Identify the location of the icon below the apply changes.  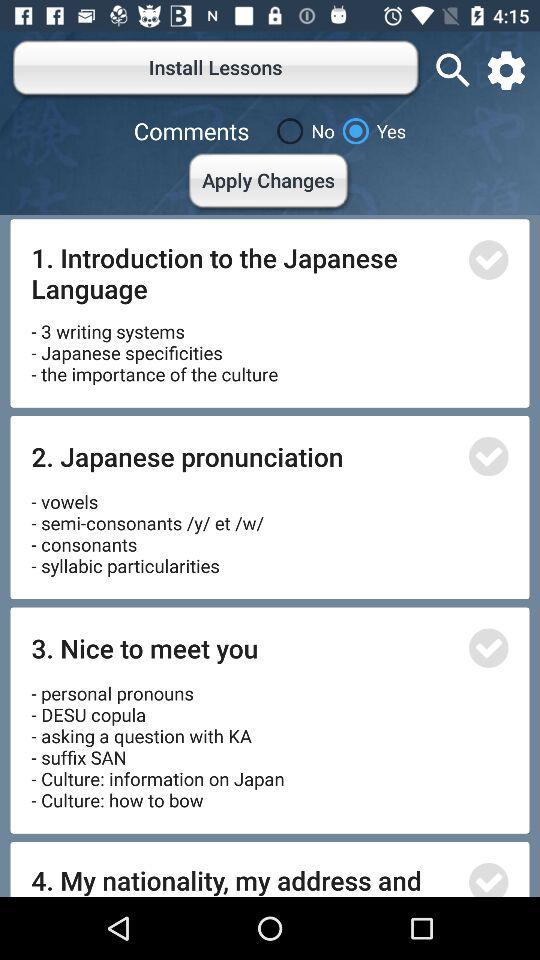
(243, 272).